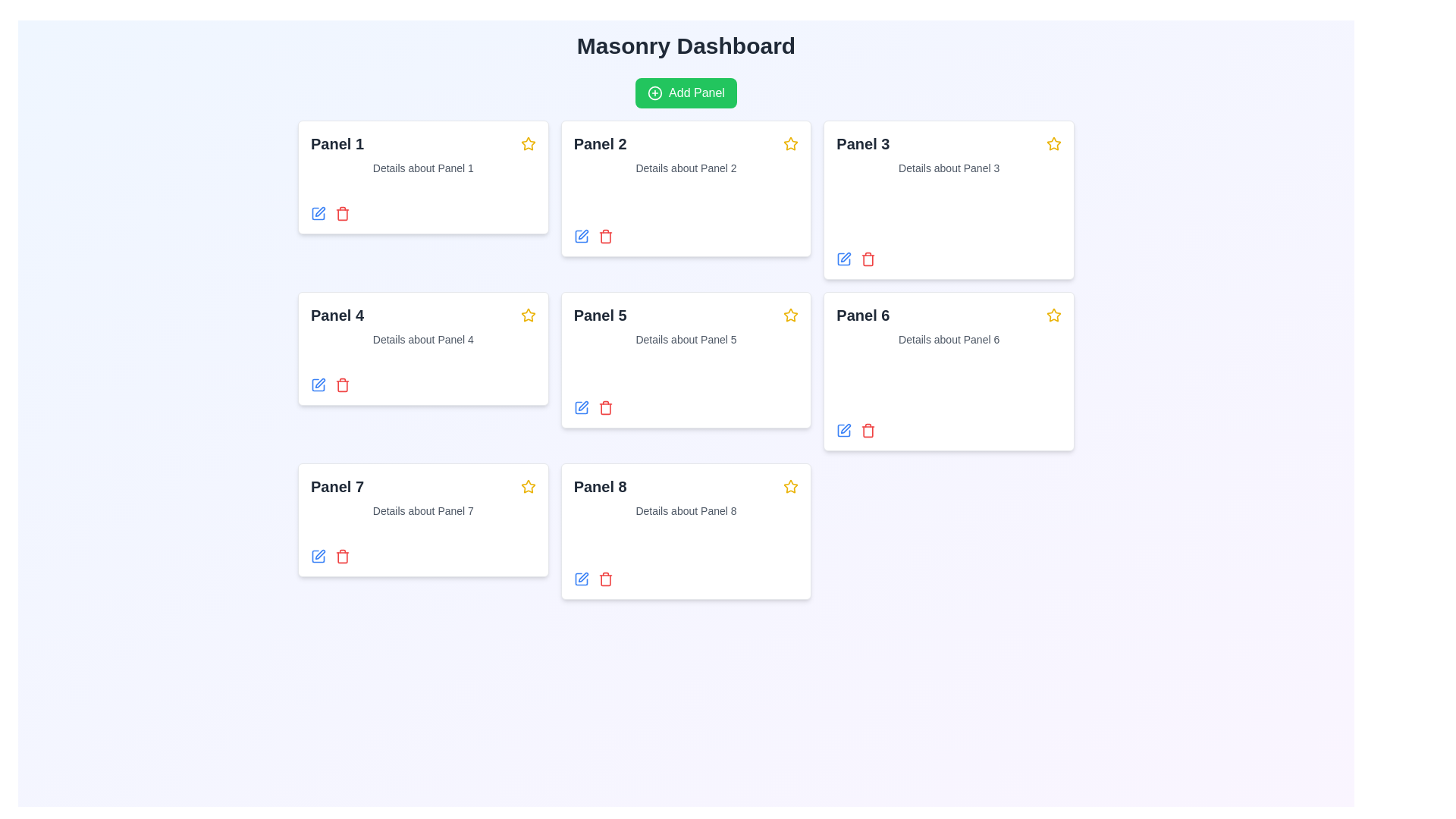 This screenshot has height=819, width=1456. I want to click on the Text label that serves as the title for 'Panel 6' located in the second column and second row of the Masonry Dashboard, so click(863, 315).